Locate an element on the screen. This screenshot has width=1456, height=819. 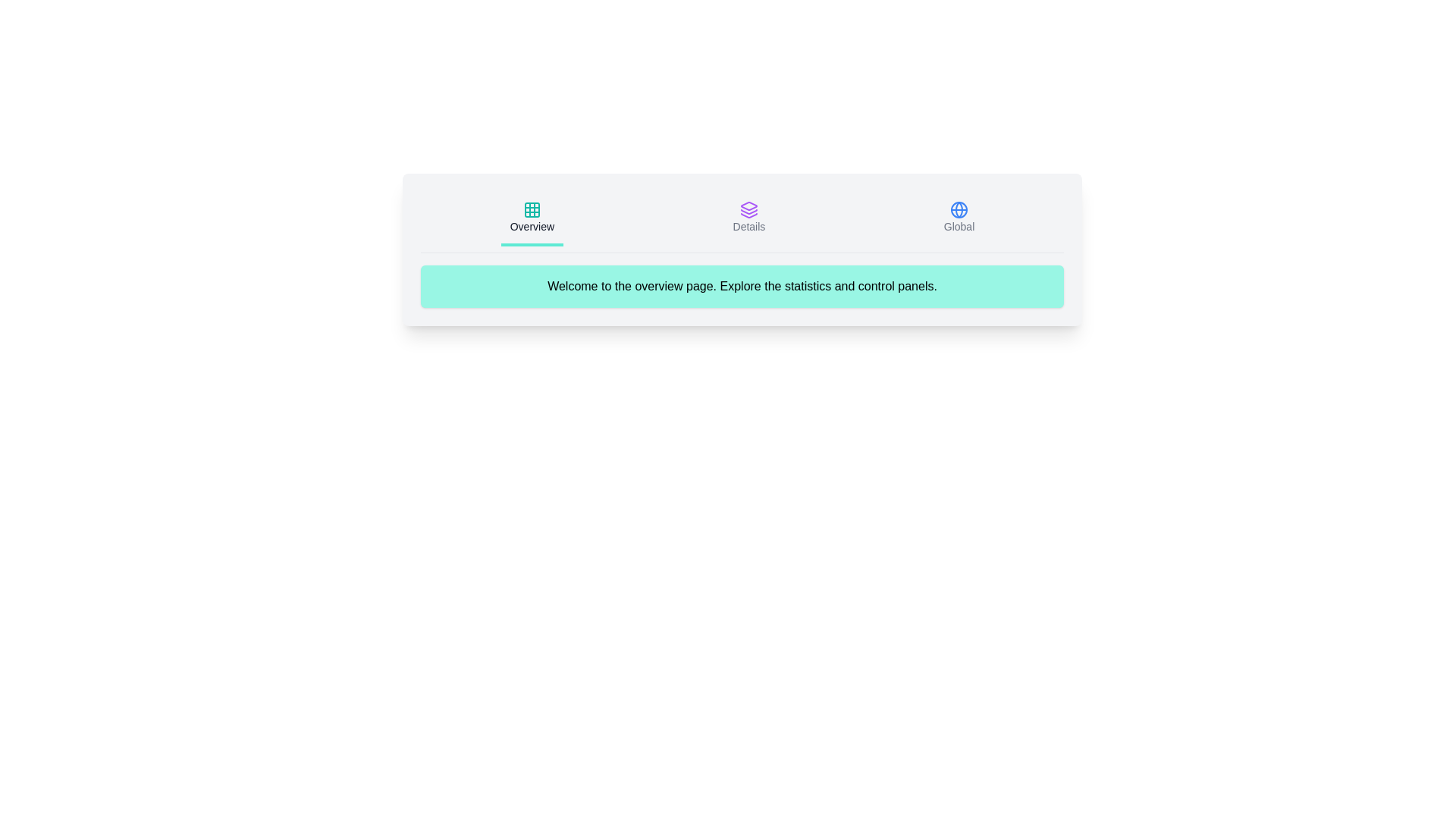
the Global tab to view its content is located at coordinates (959, 219).